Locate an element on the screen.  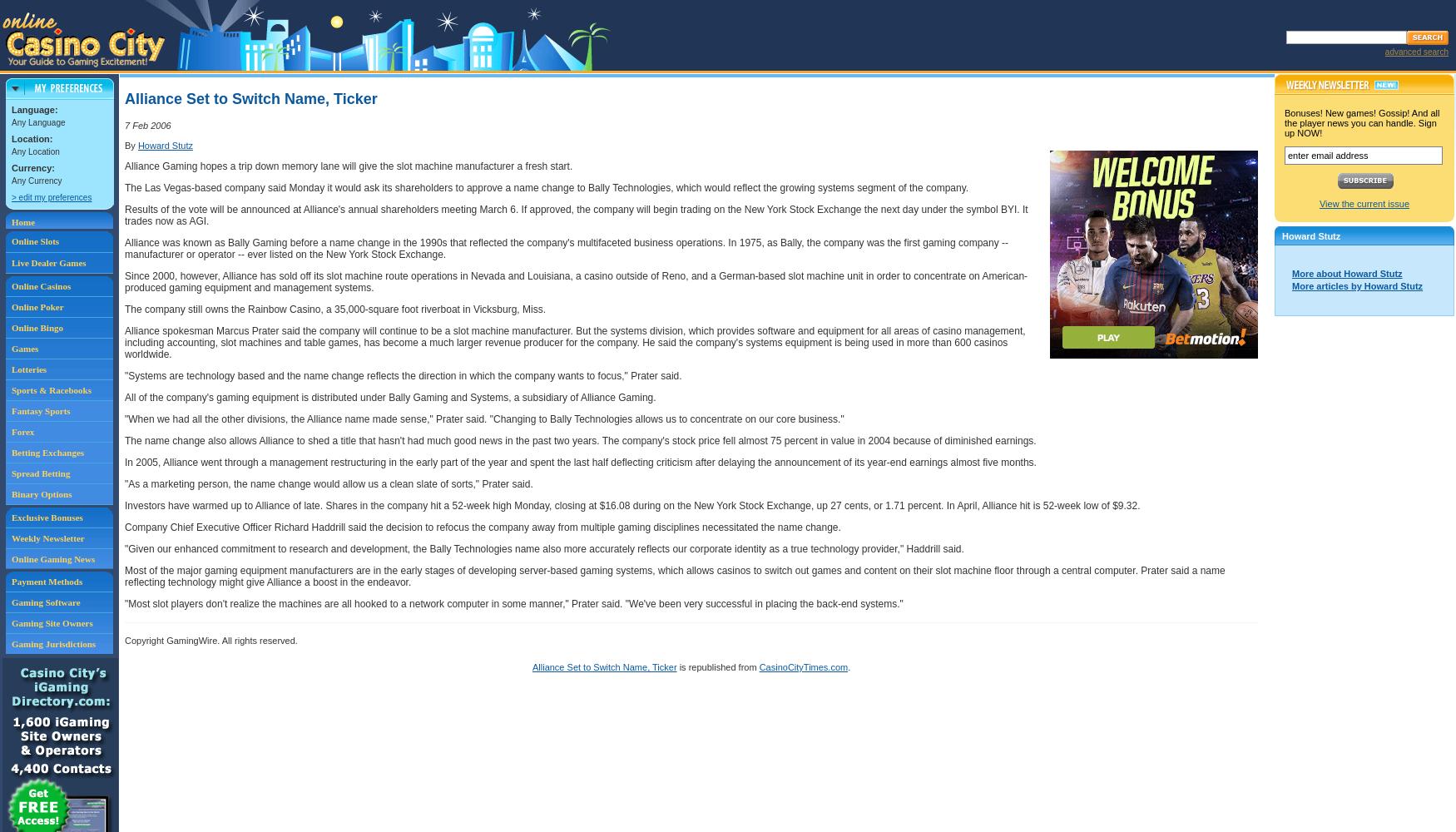
'"When we had all the other divisions, the Alliance name made sense," Prater said. "Changing to Bally Technologies allows us to concentrate on our core business."' is located at coordinates (484, 419).